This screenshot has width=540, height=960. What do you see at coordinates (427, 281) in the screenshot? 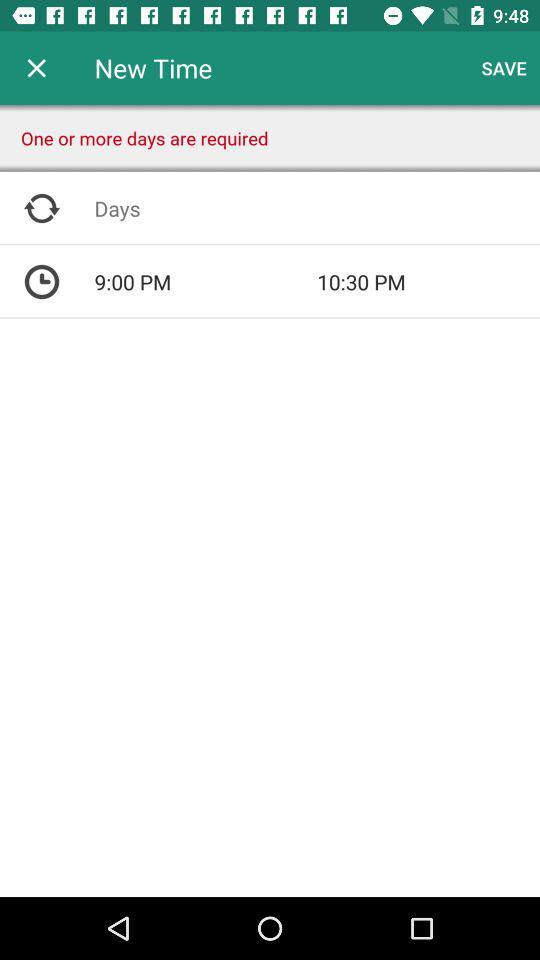
I see `10:30 pm` at bounding box center [427, 281].